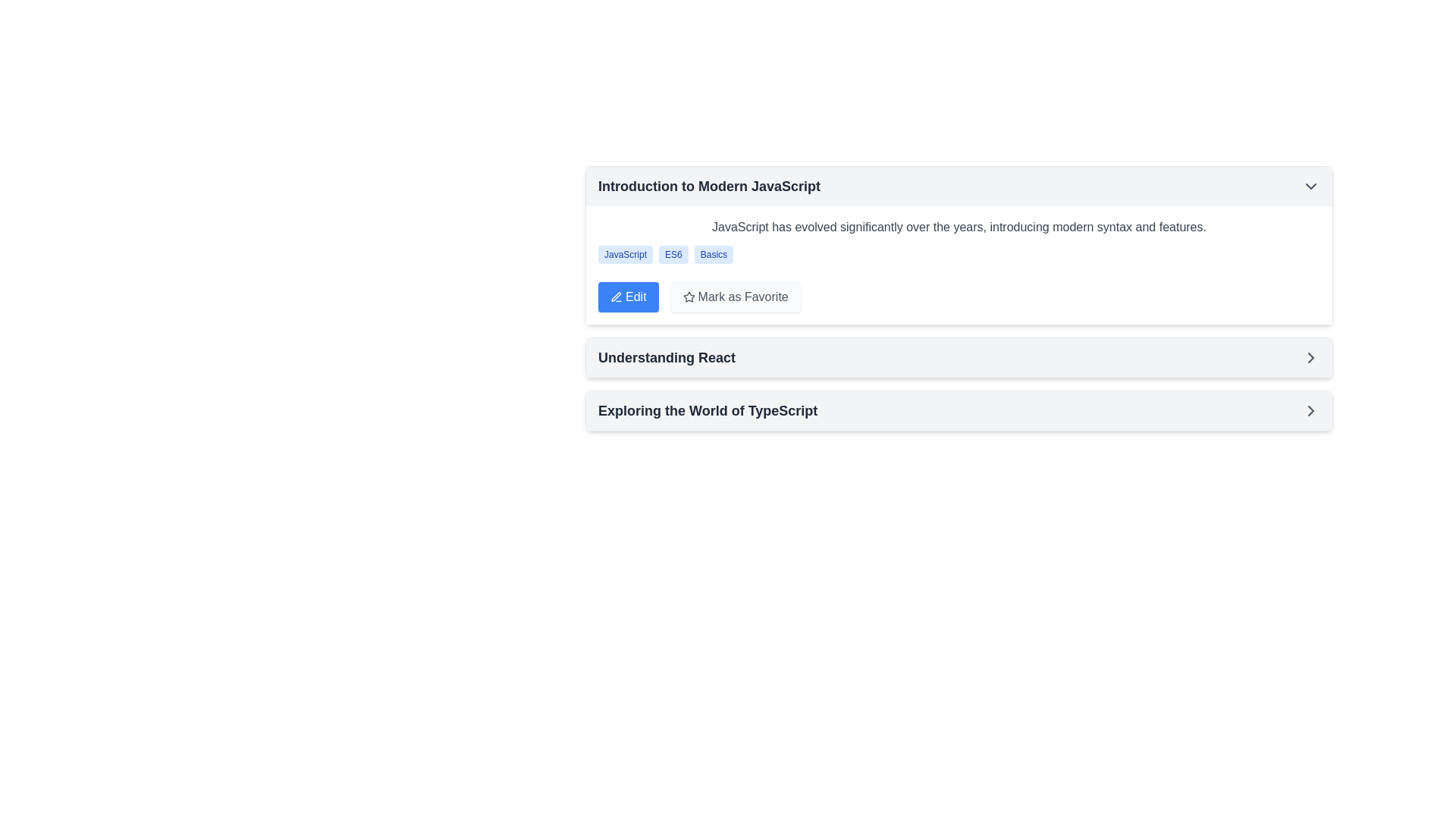 The image size is (1456, 819). Describe the element at coordinates (1310, 186) in the screenshot. I see `the downward-pointing chevron icon styled as an SVG element located at the far right end of the header bar for 'Introduction to Modern JavaScript'` at that location.